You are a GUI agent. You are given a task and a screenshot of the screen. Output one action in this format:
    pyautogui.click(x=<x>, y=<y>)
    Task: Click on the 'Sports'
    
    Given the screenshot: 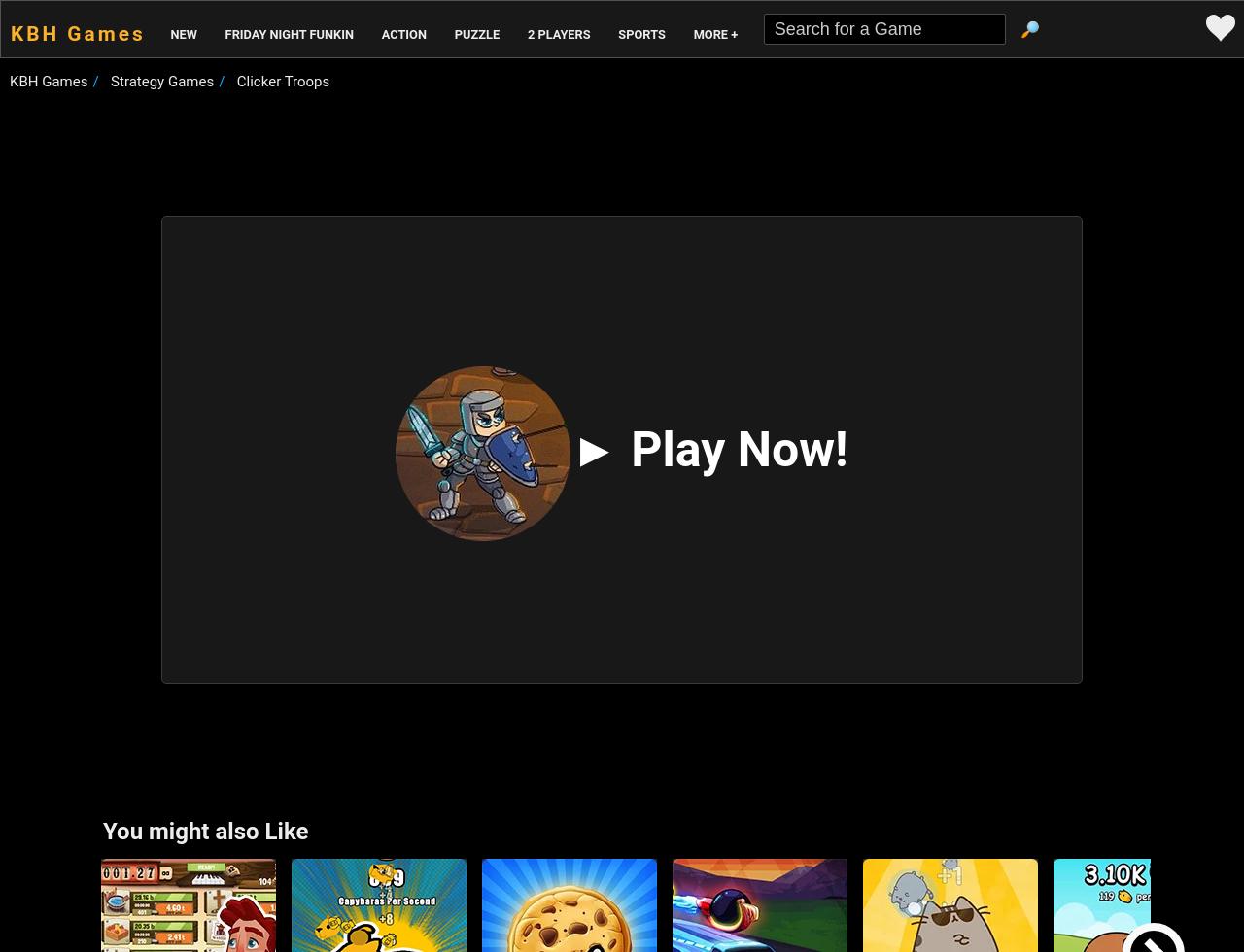 What is the action you would take?
    pyautogui.click(x=640, y=34)
    